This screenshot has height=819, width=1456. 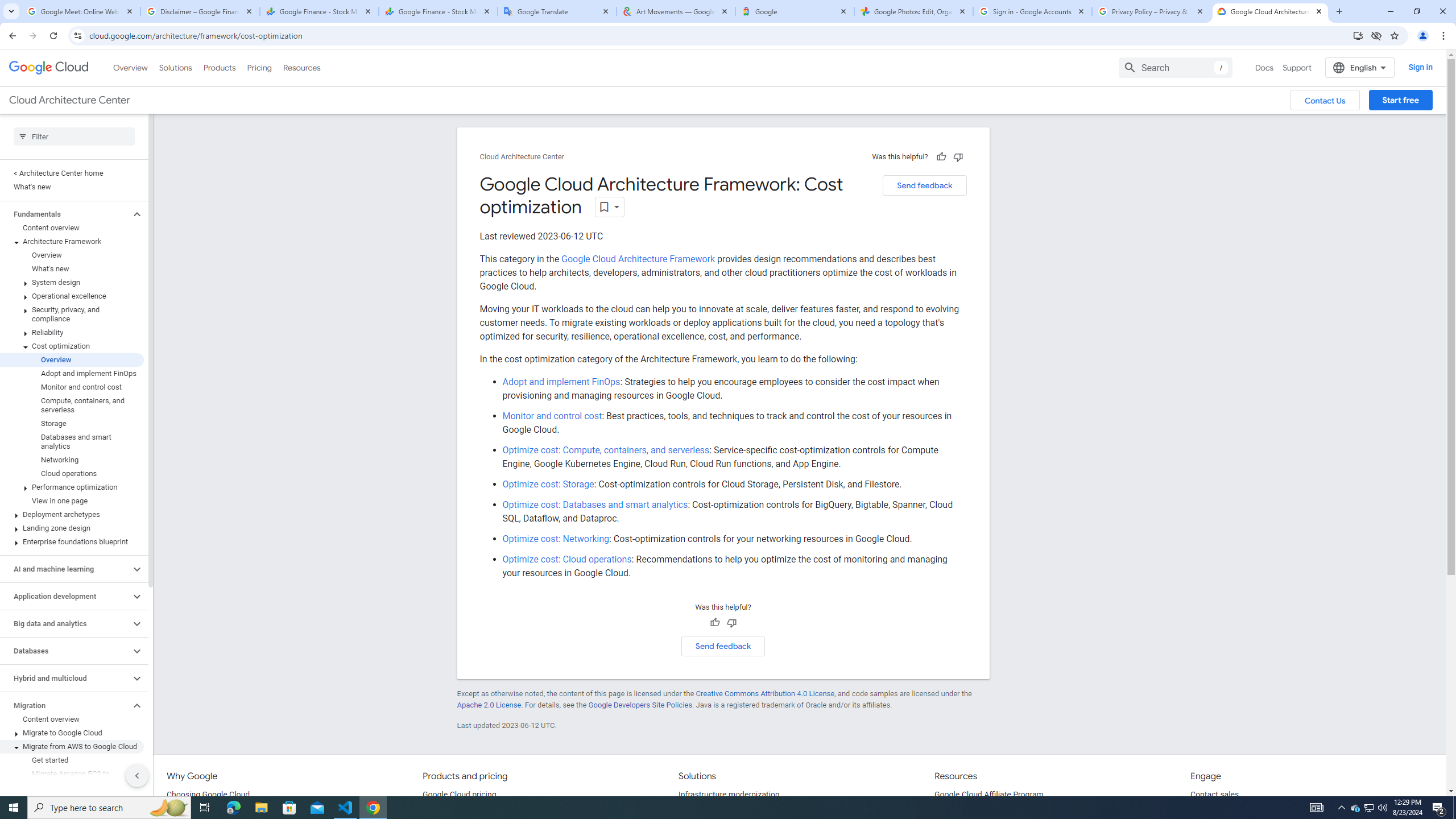 What do you see at coordinates (72, 732) in the screenshot?
I see `'Migrate to Google Cloud'` at bounding box center [72, 732].